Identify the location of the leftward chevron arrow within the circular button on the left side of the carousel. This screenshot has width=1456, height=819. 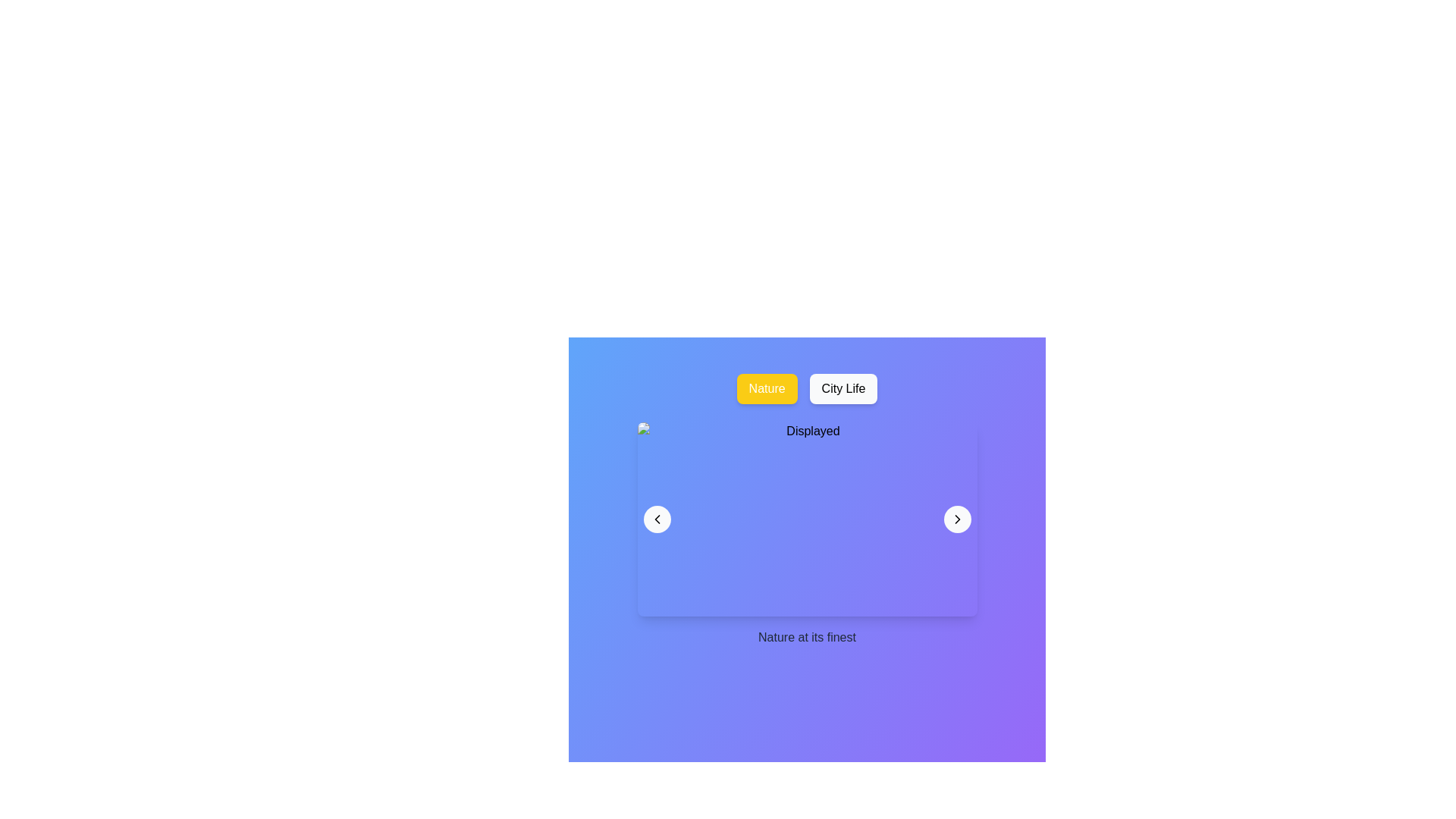
(657, 519).